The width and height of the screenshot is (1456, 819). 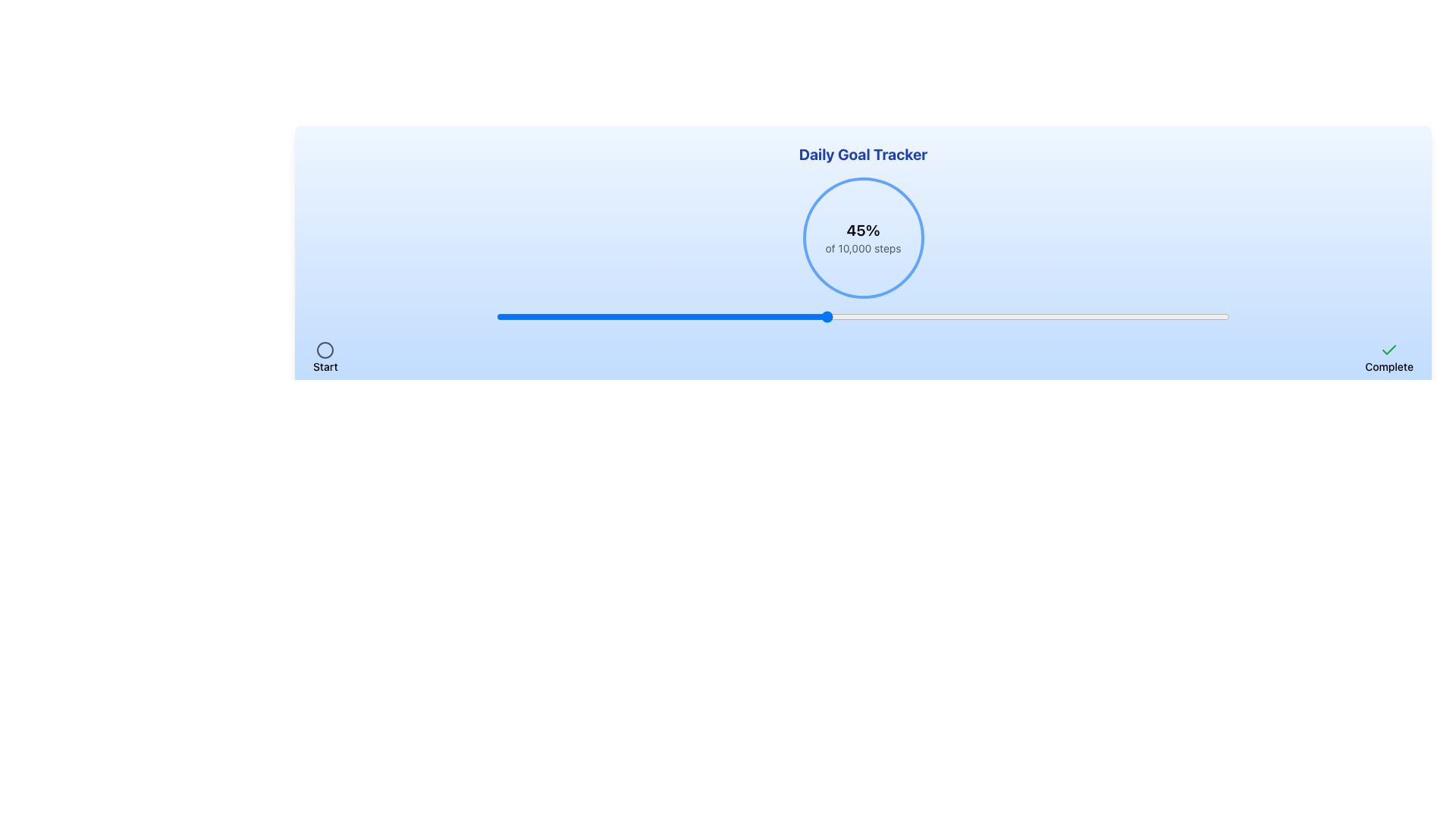 What do you see at coordinates (863, 237) in the screenshot?
I see `the circular Progress Indicator with a blue border and '45%' text at the center, located in the 'Daily Goal Tracker' section` at bounding box center [863, 237].